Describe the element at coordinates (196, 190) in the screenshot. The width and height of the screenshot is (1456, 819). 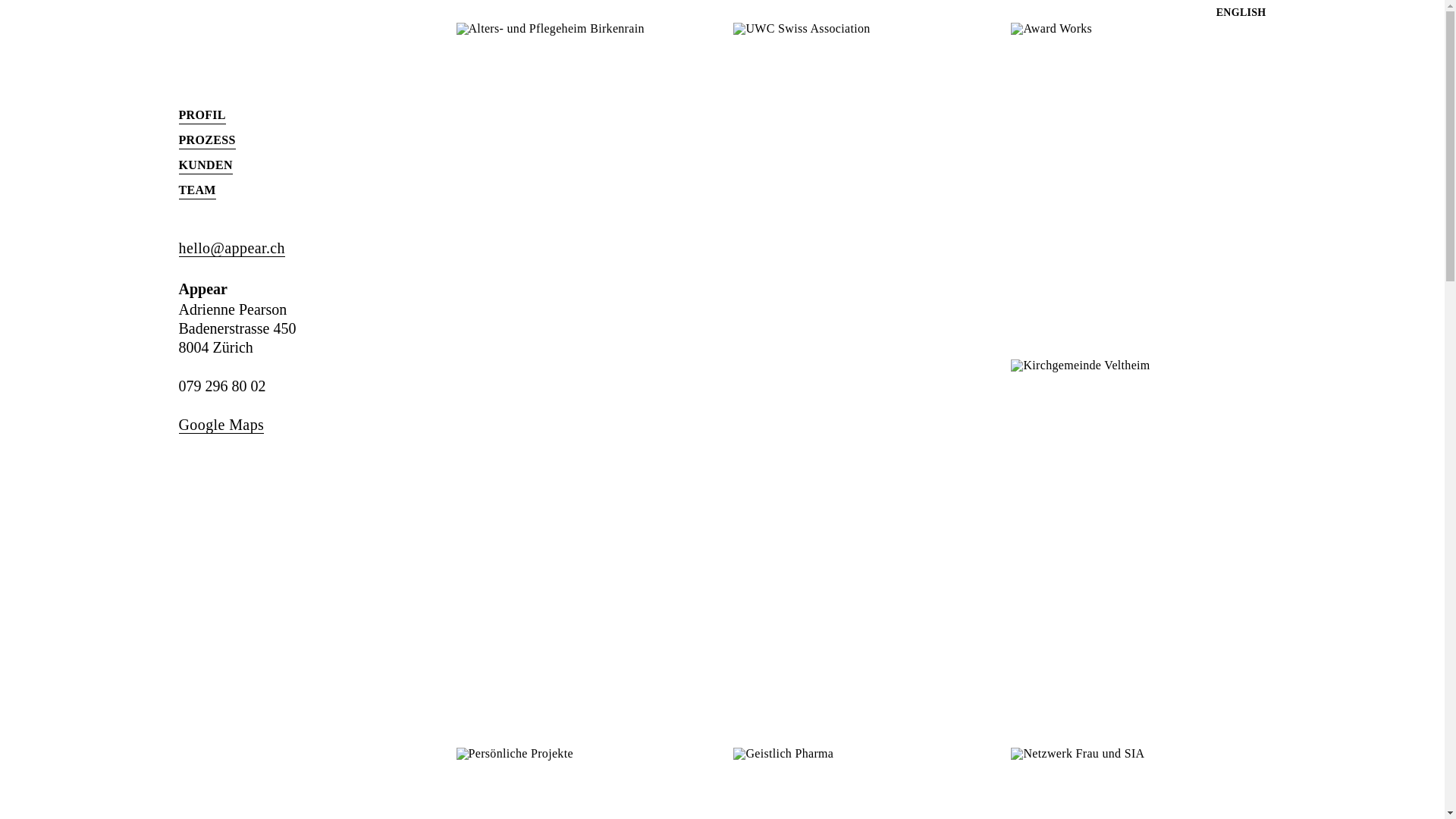
I see `'TEAM'` at that location.